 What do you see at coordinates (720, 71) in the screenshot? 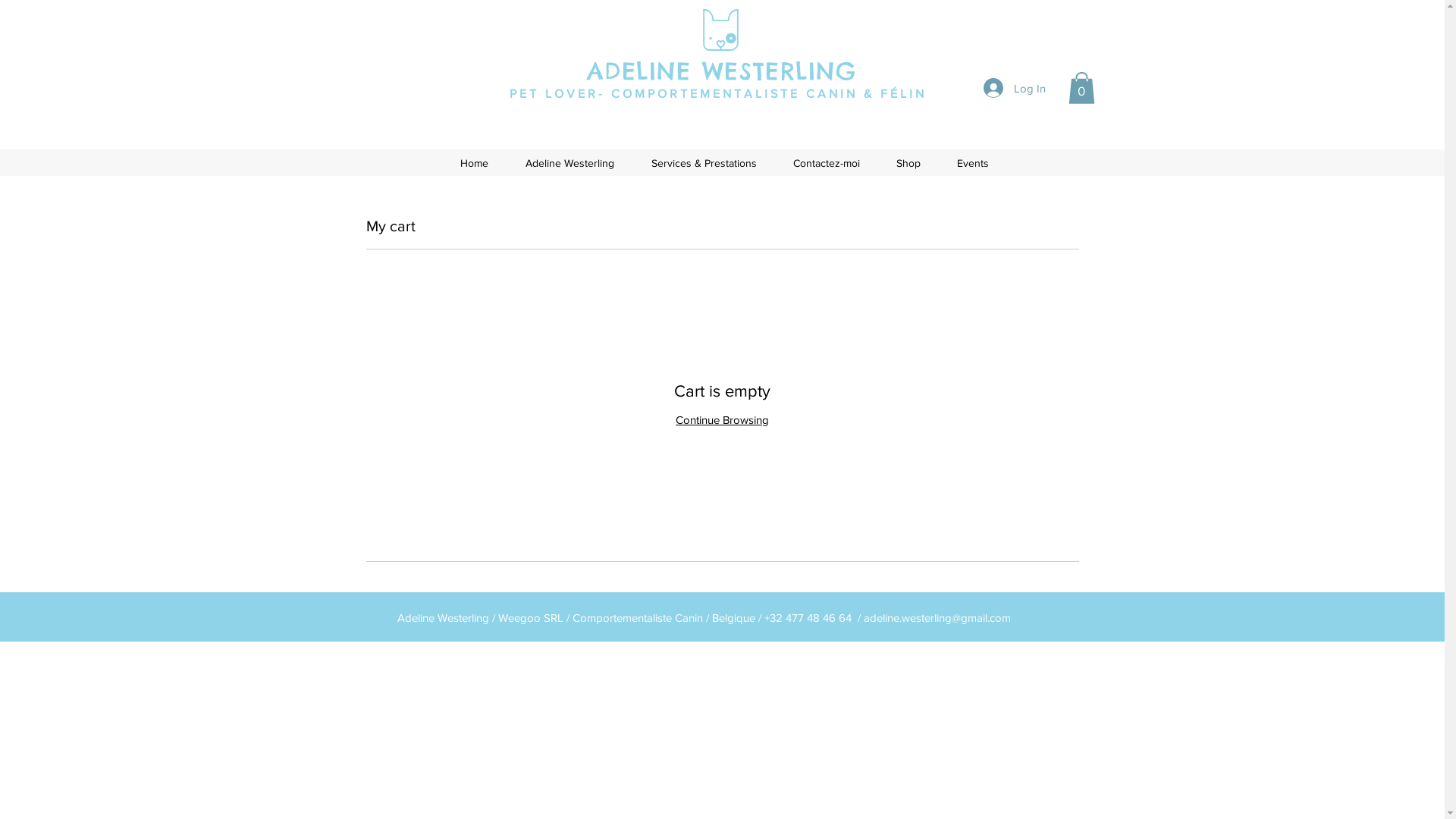
I see `'ADELINE WESTERLING'` at bounding box center [720, 71].